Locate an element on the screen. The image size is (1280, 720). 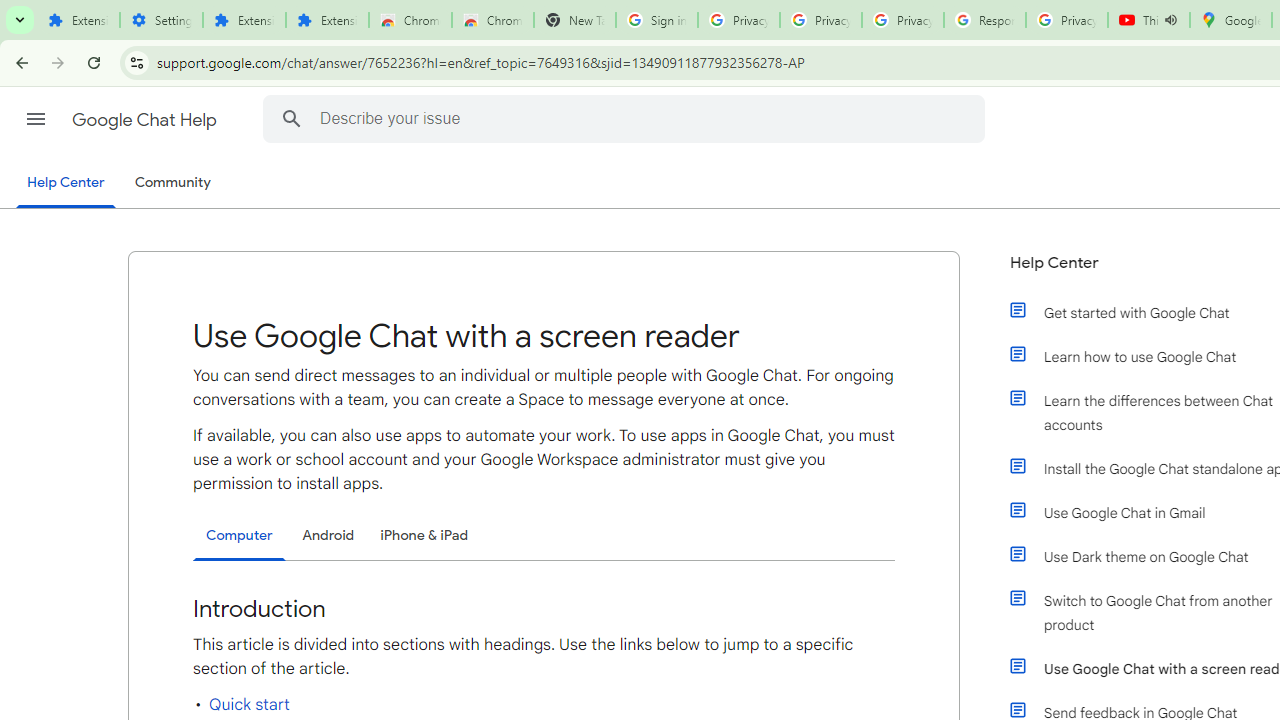
'Quick start' is located at coordinates (248, 703).